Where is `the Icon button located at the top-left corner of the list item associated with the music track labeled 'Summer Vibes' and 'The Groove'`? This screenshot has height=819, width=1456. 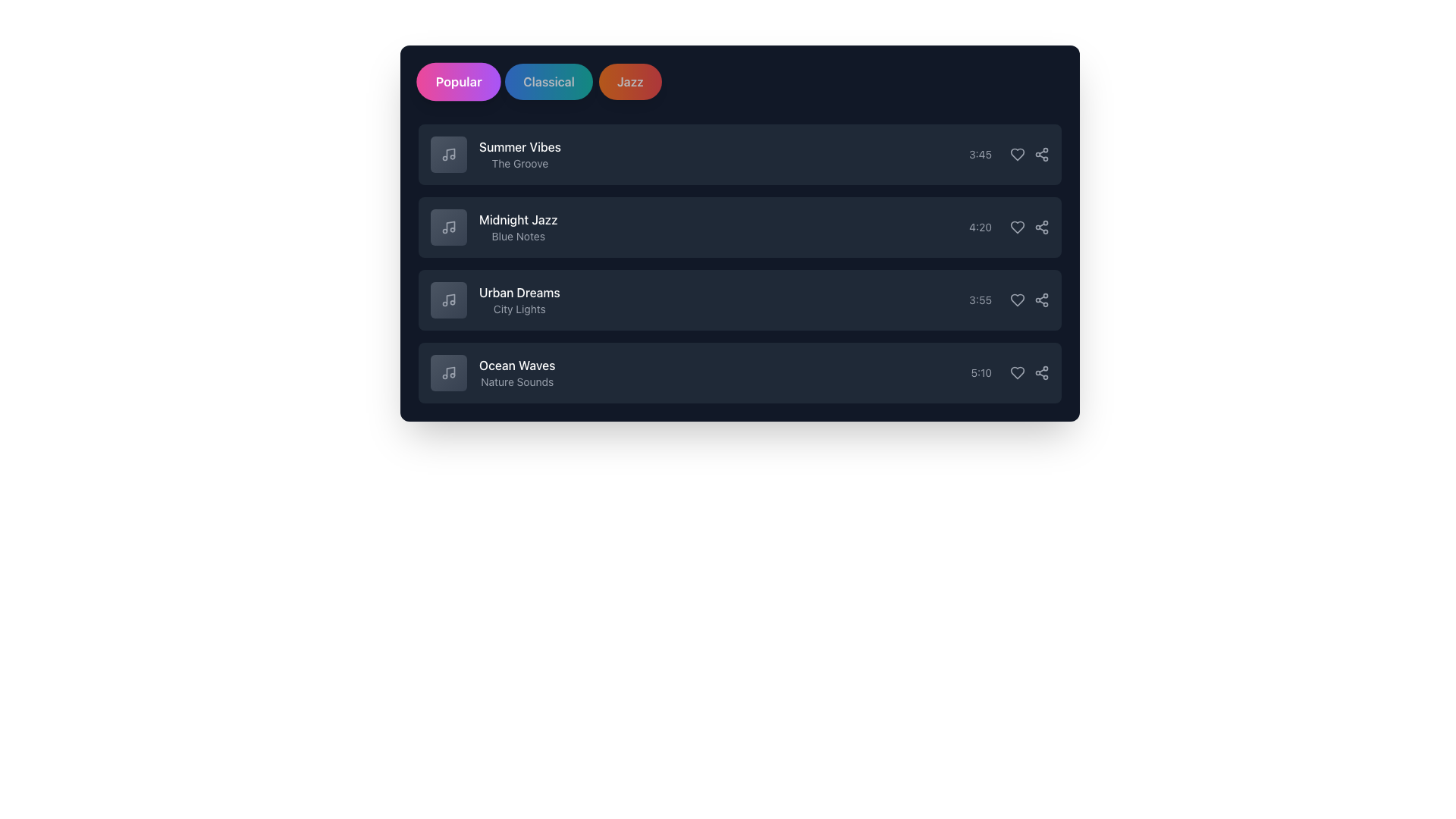
the Icon button located at the top-left corner of the list item associated with the music track labeled 'Summer Vibes' and 'The Groove' is located at coordinates (447, 155).